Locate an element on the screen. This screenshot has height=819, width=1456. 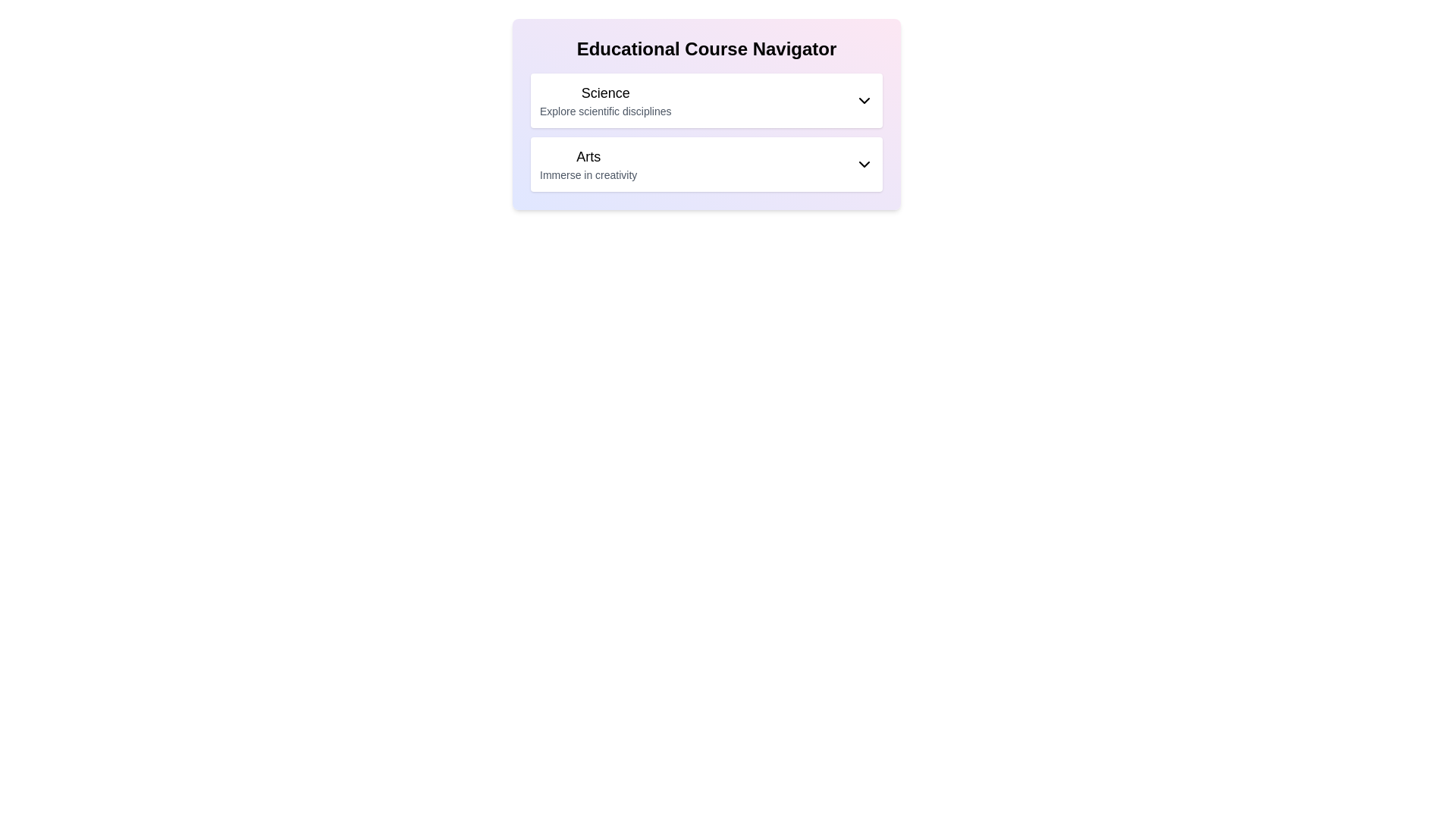
the category title for the 'Arts' section is located at coordinates (588, 164).